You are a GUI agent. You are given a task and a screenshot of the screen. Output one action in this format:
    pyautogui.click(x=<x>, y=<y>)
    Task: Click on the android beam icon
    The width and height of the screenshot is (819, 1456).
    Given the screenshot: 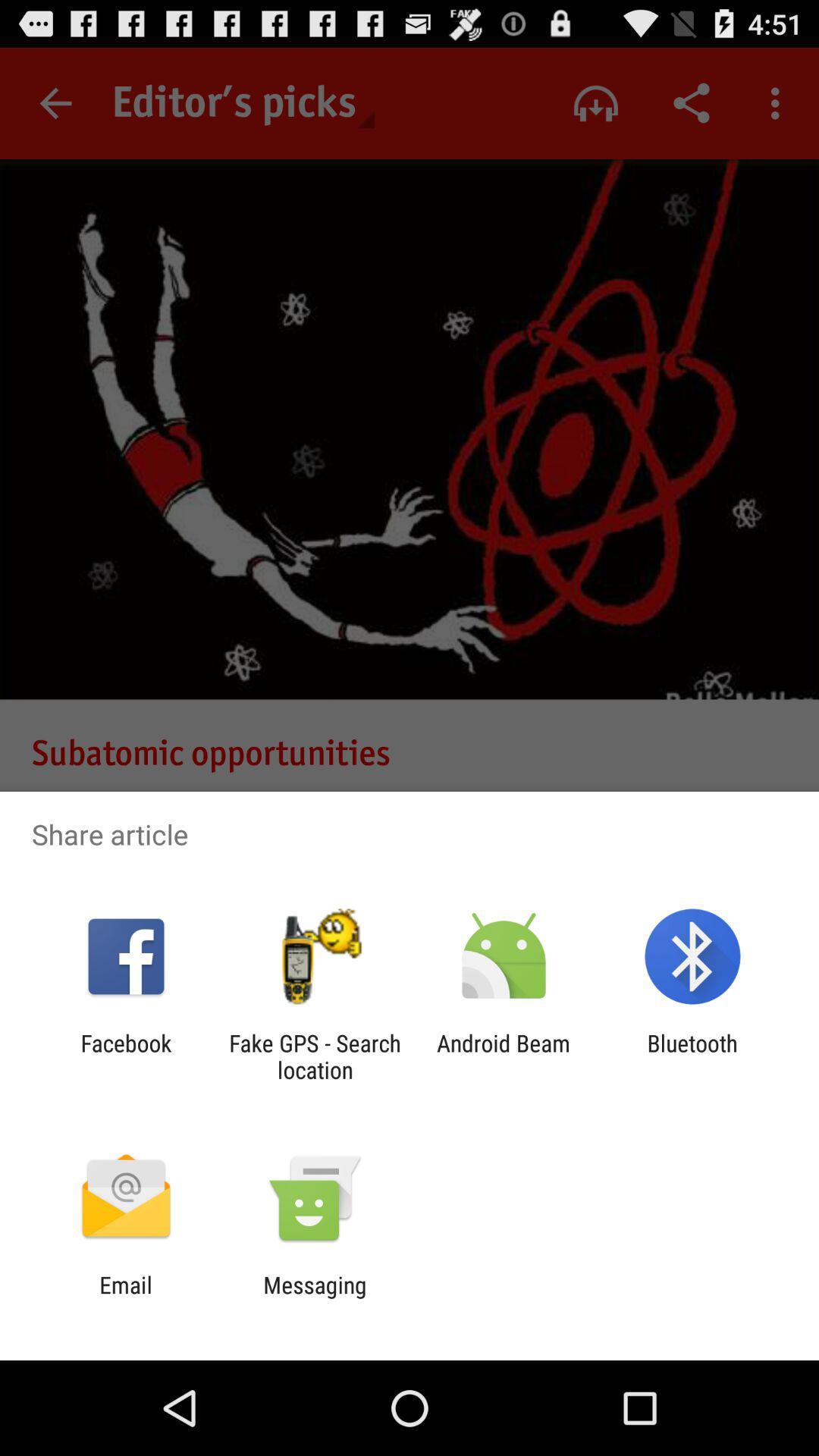 What is the action you would take?
    pyautogui.click(x=504, y=1056)
    